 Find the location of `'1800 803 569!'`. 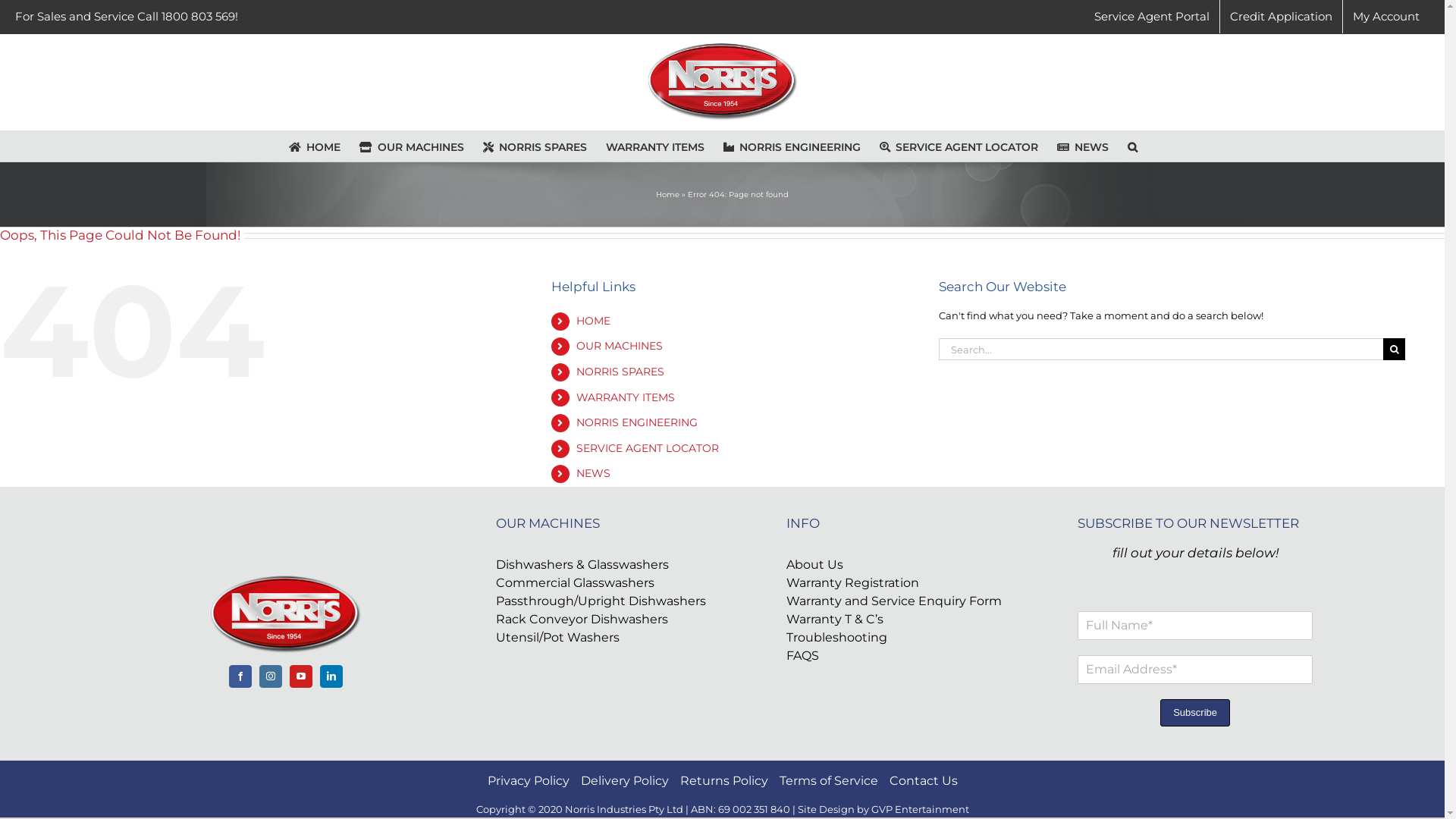

'1800 803 569!' is located at coordinates (199, 16).